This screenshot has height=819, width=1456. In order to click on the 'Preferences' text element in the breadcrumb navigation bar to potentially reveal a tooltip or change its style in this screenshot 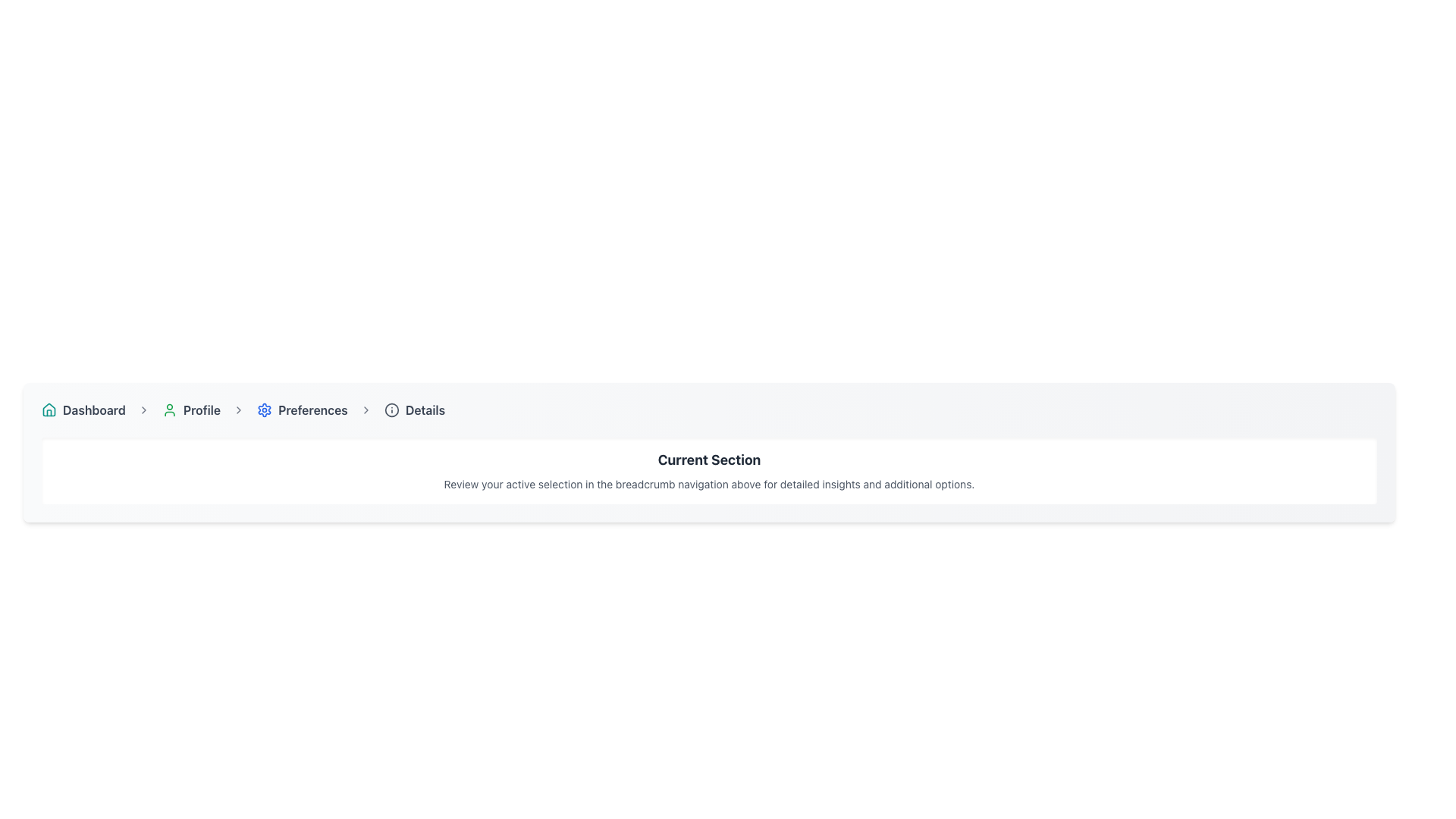, I will do `click(312, 409)`.